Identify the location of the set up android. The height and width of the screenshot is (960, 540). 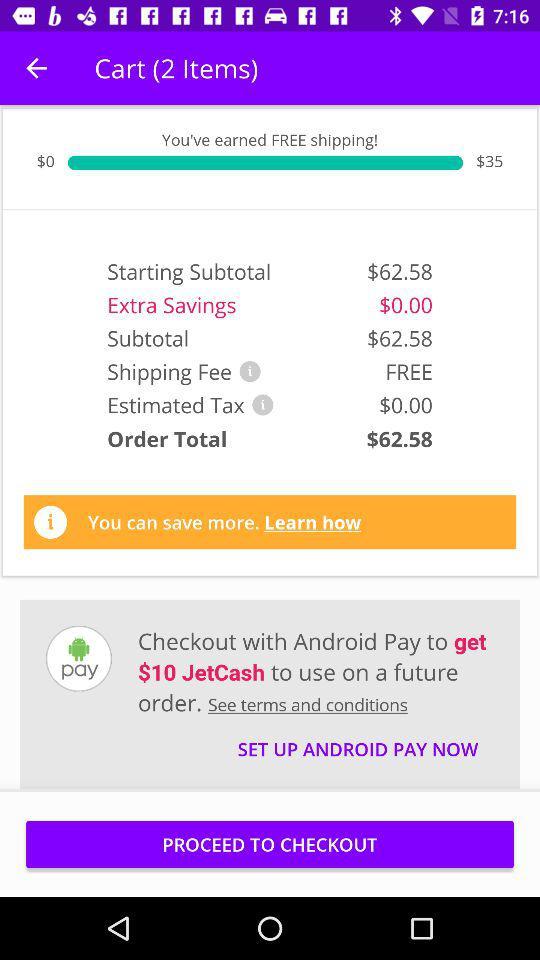
(356, 739).